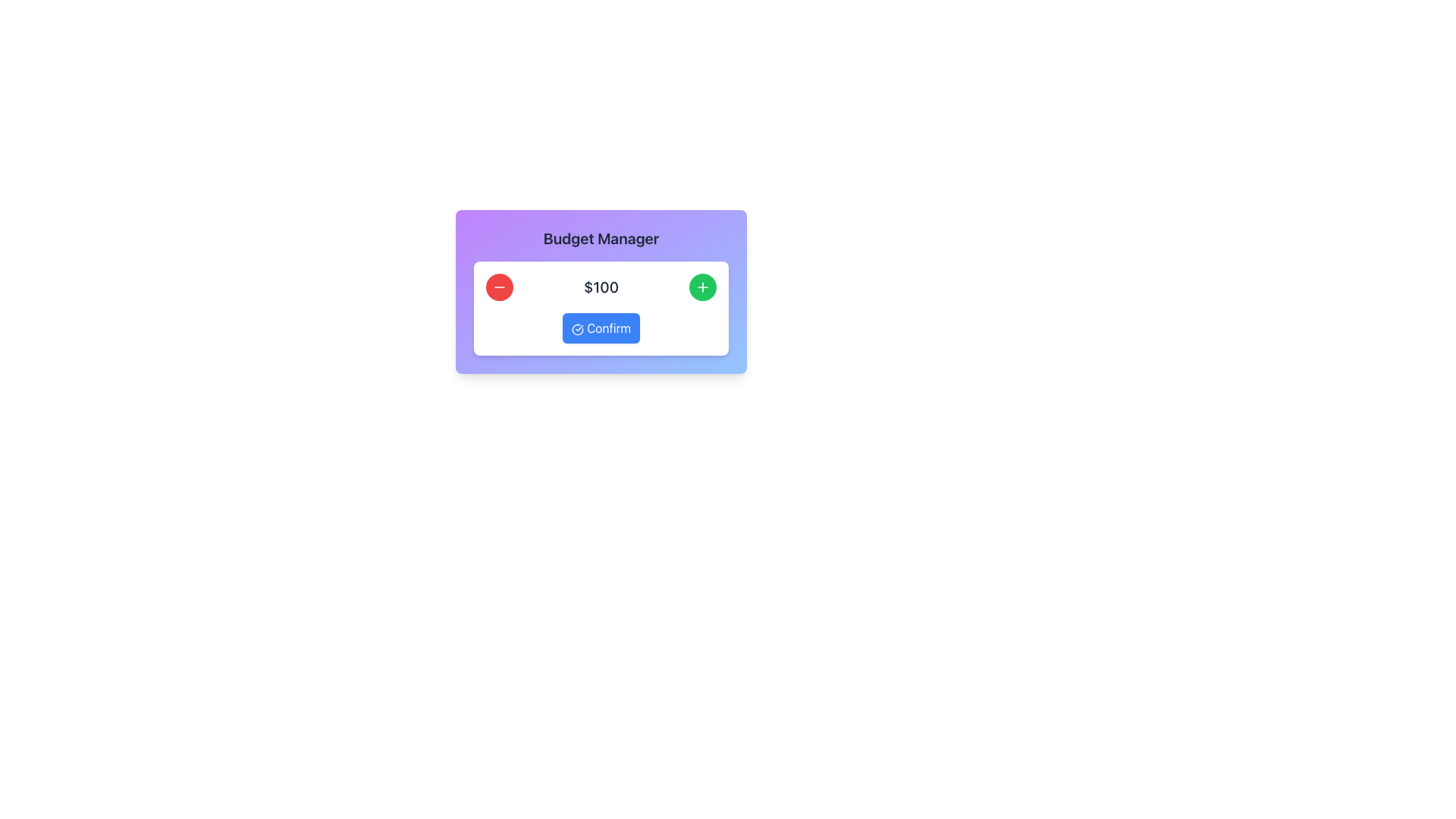 This screenshot has width=1456, height=819. What do you see at coordinates (499, 287) in the screenshot?
I see `the red circular button with a white minus sign icon located to the left of the central price display` at bounding box center [499, 287].